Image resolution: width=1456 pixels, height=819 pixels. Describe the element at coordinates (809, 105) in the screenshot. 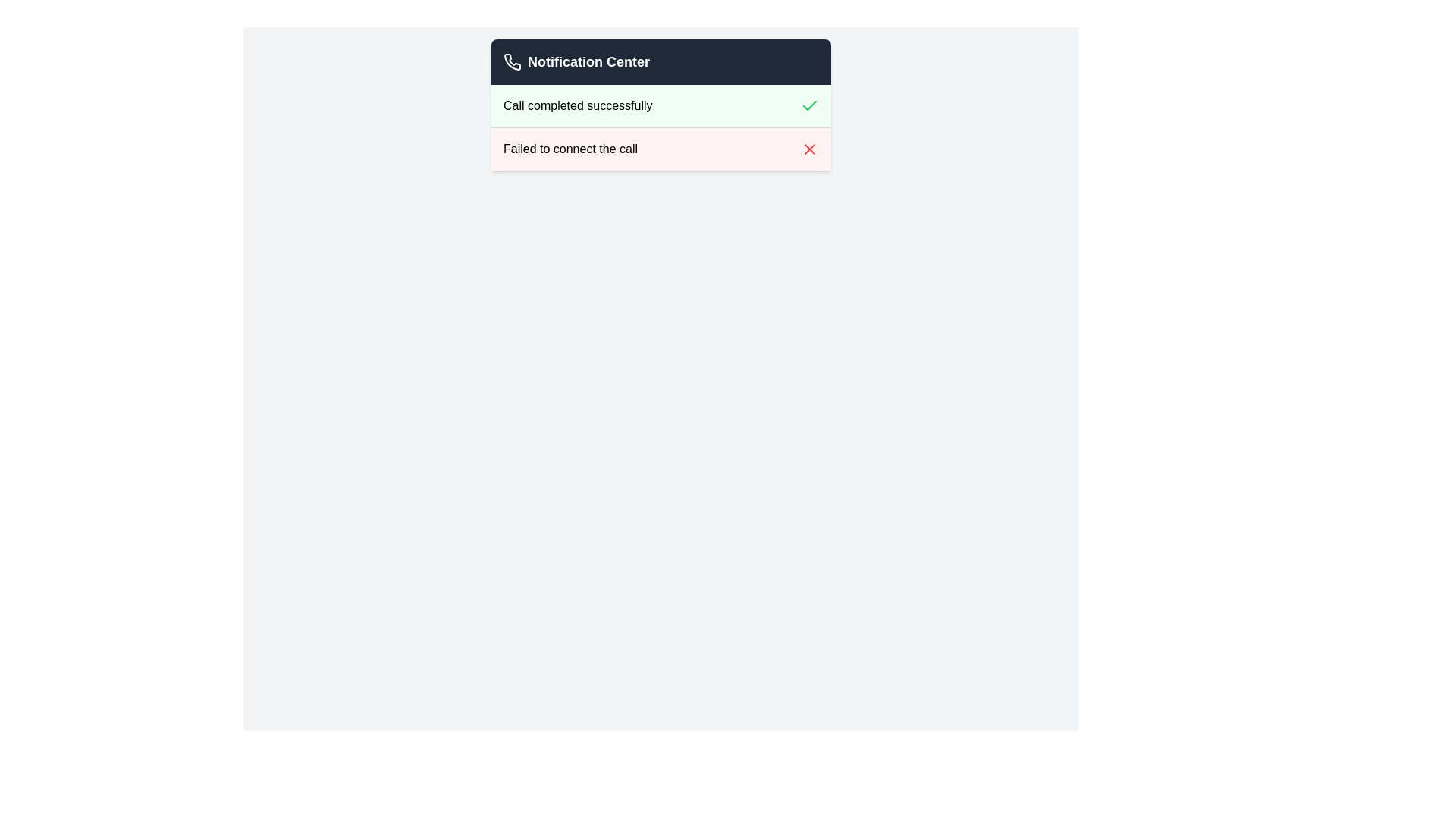

I see `the green checkmark icon located to the right of the 'Call completed successfully' notification, which is centered vertically in the notification row` at that location.